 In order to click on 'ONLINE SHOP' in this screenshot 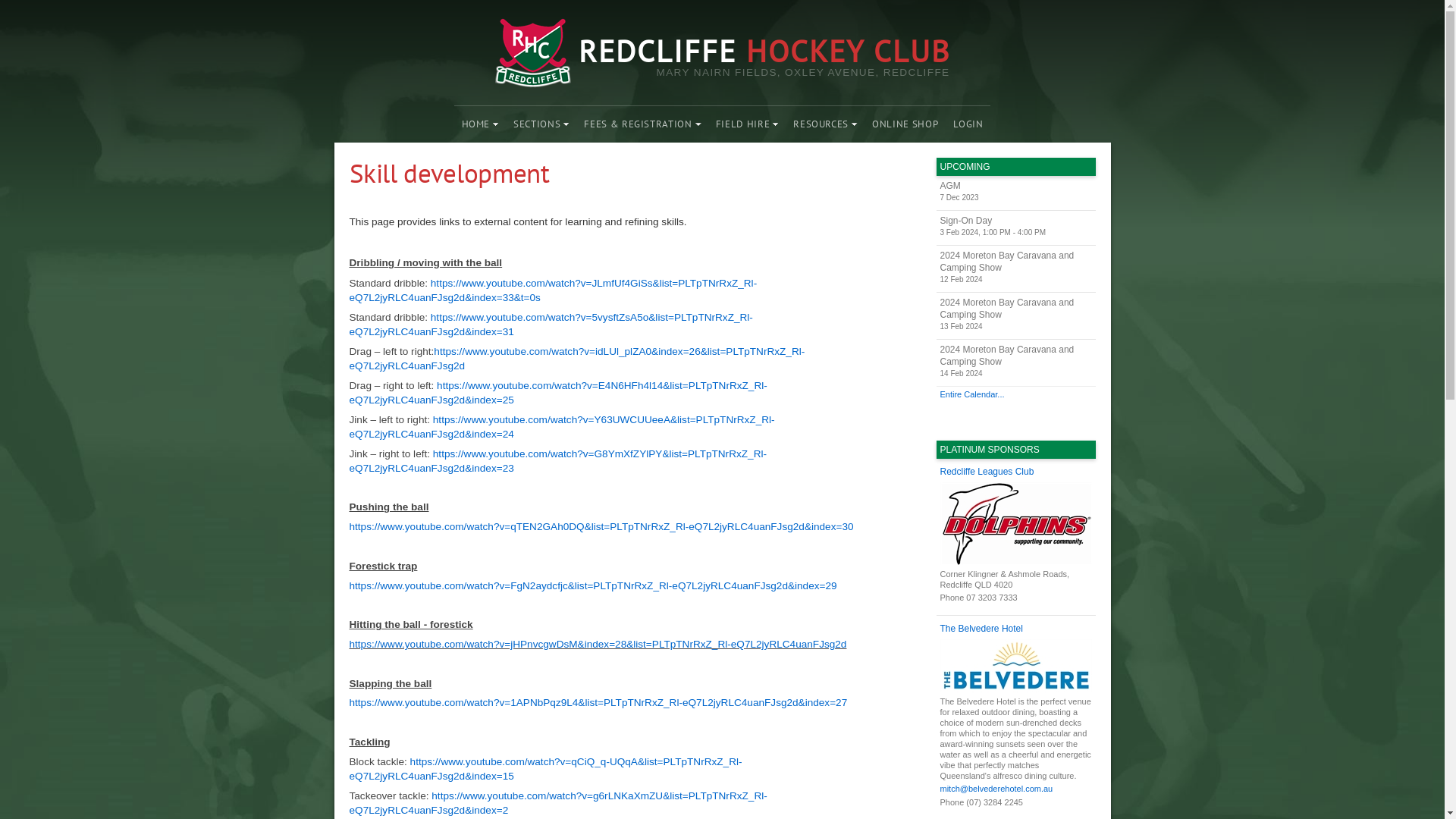, I will do `click(905, 124)`.